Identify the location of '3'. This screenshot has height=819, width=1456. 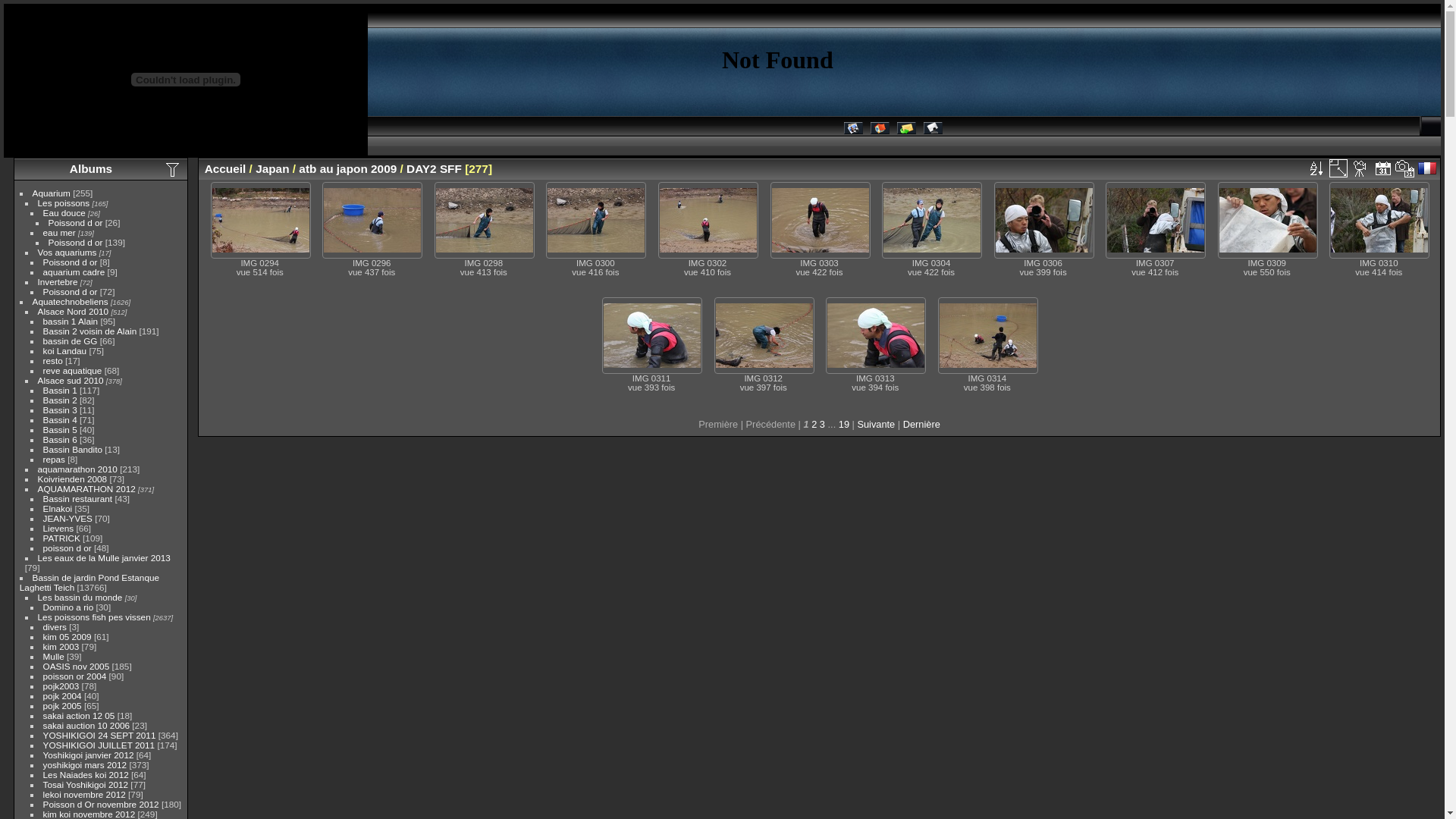
(821, 424).